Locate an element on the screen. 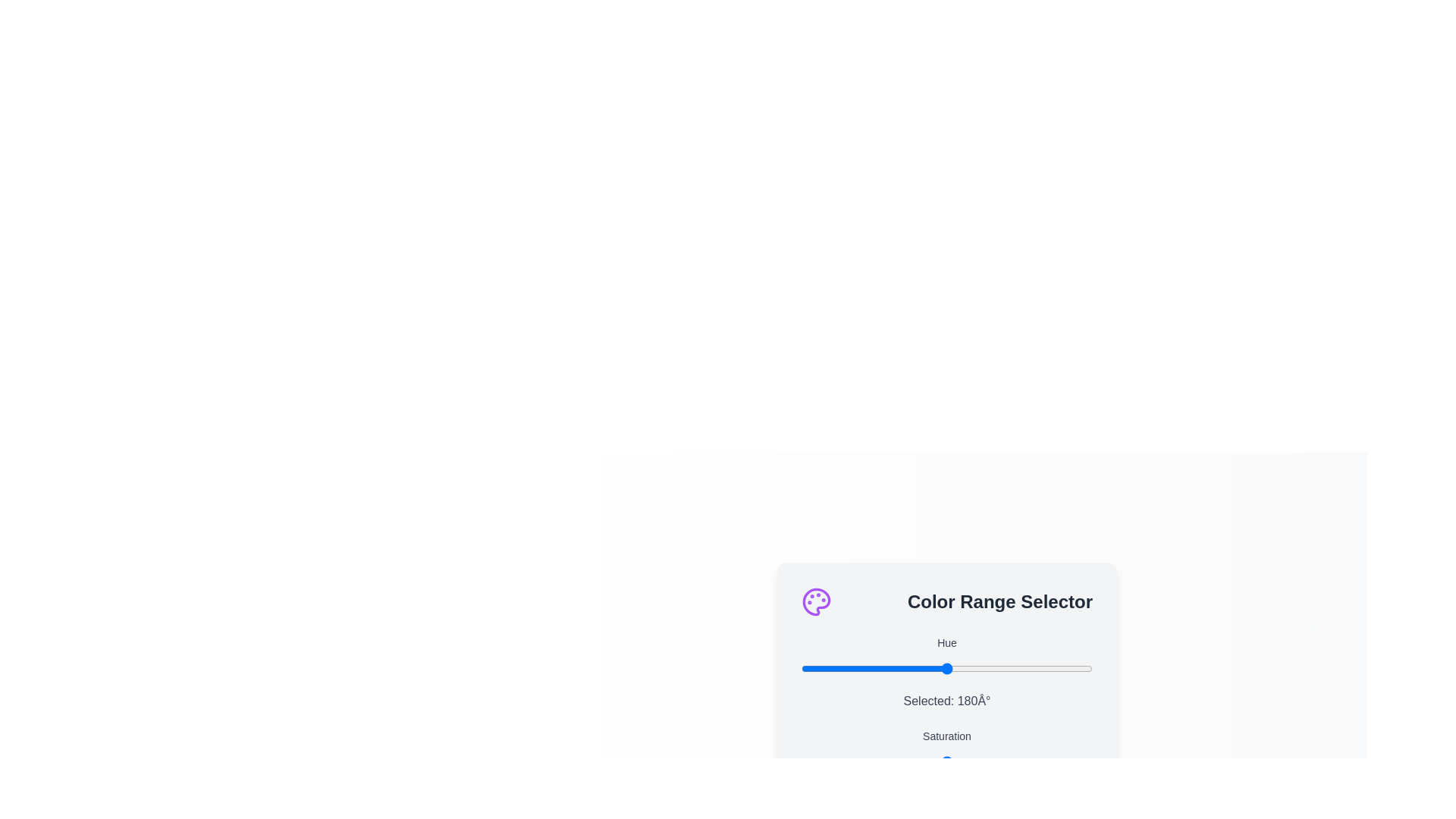 The height and width of the screenshot is (819, 1456). the hue is located at coordinates (1015, 667).